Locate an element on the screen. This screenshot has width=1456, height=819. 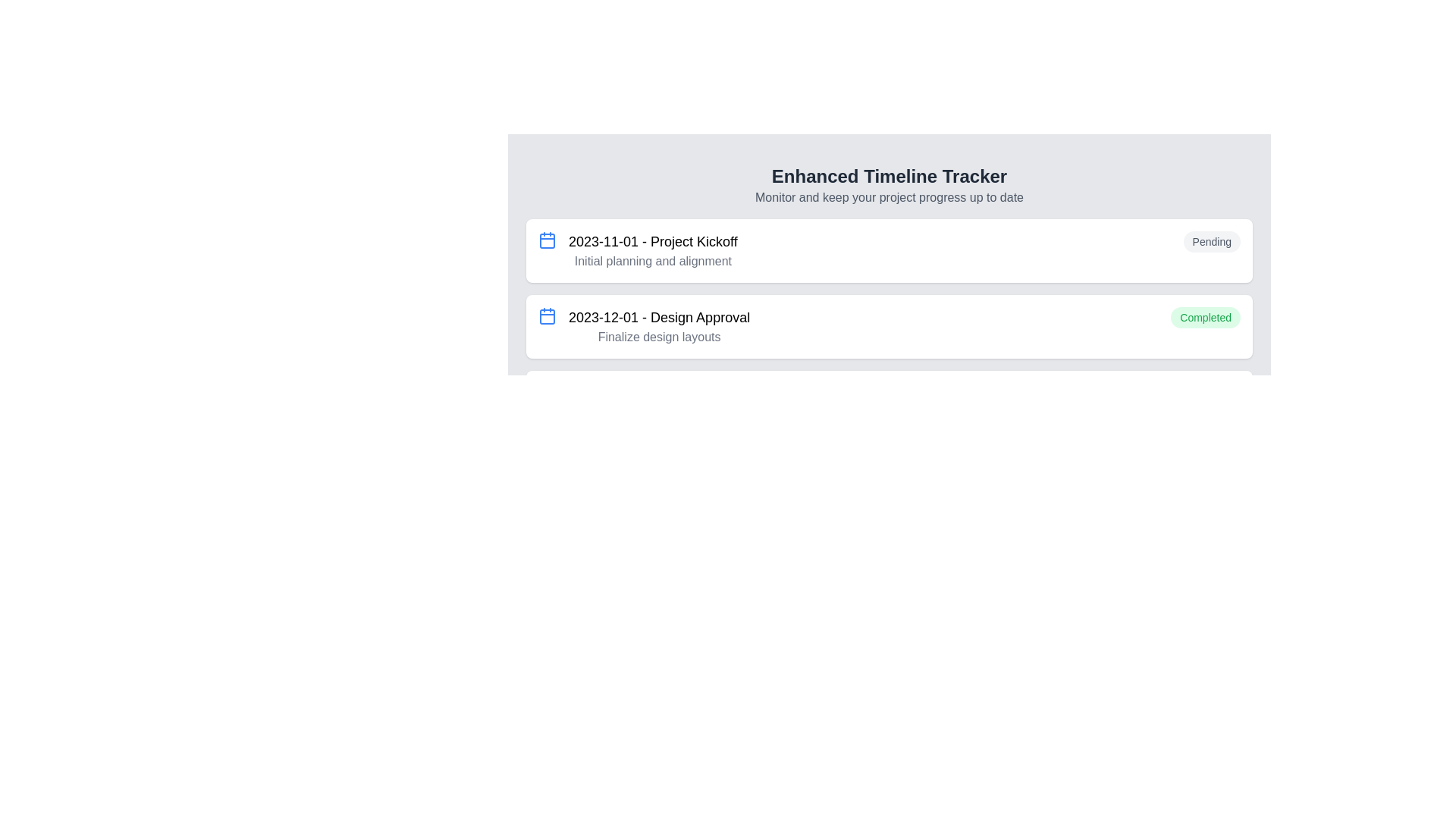
the text label displaying 'Initial planning and alignment' which is located beneath the heading '2023-11-01 - Project Kickoff' in the first timeline entry is located at coordinates (653, 260).